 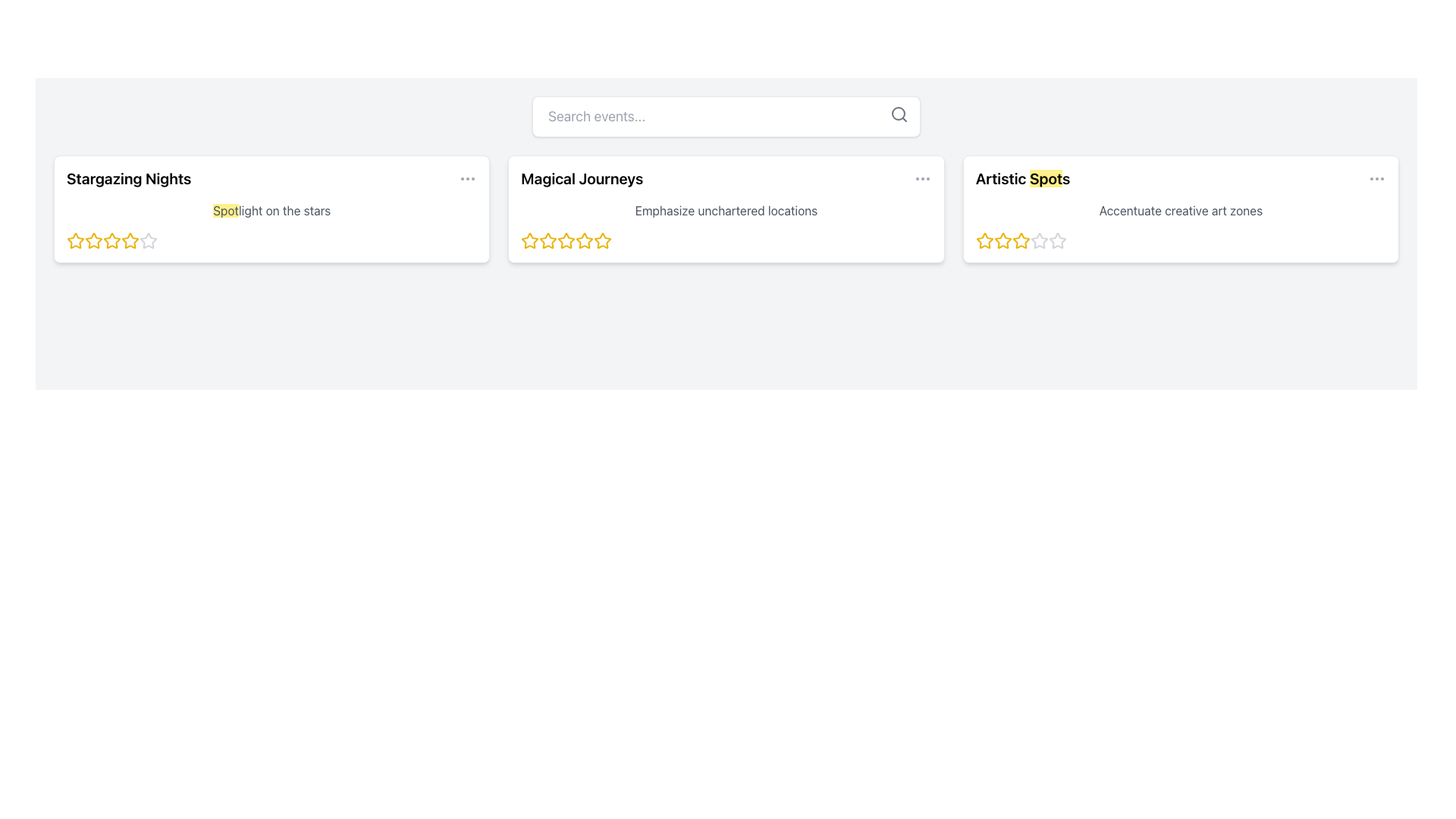 I want to click on the first yellow star icon in the 5-star rating component of the 'Stargazing Nights' card located in the leftmost column, so click(x=75, y=240).